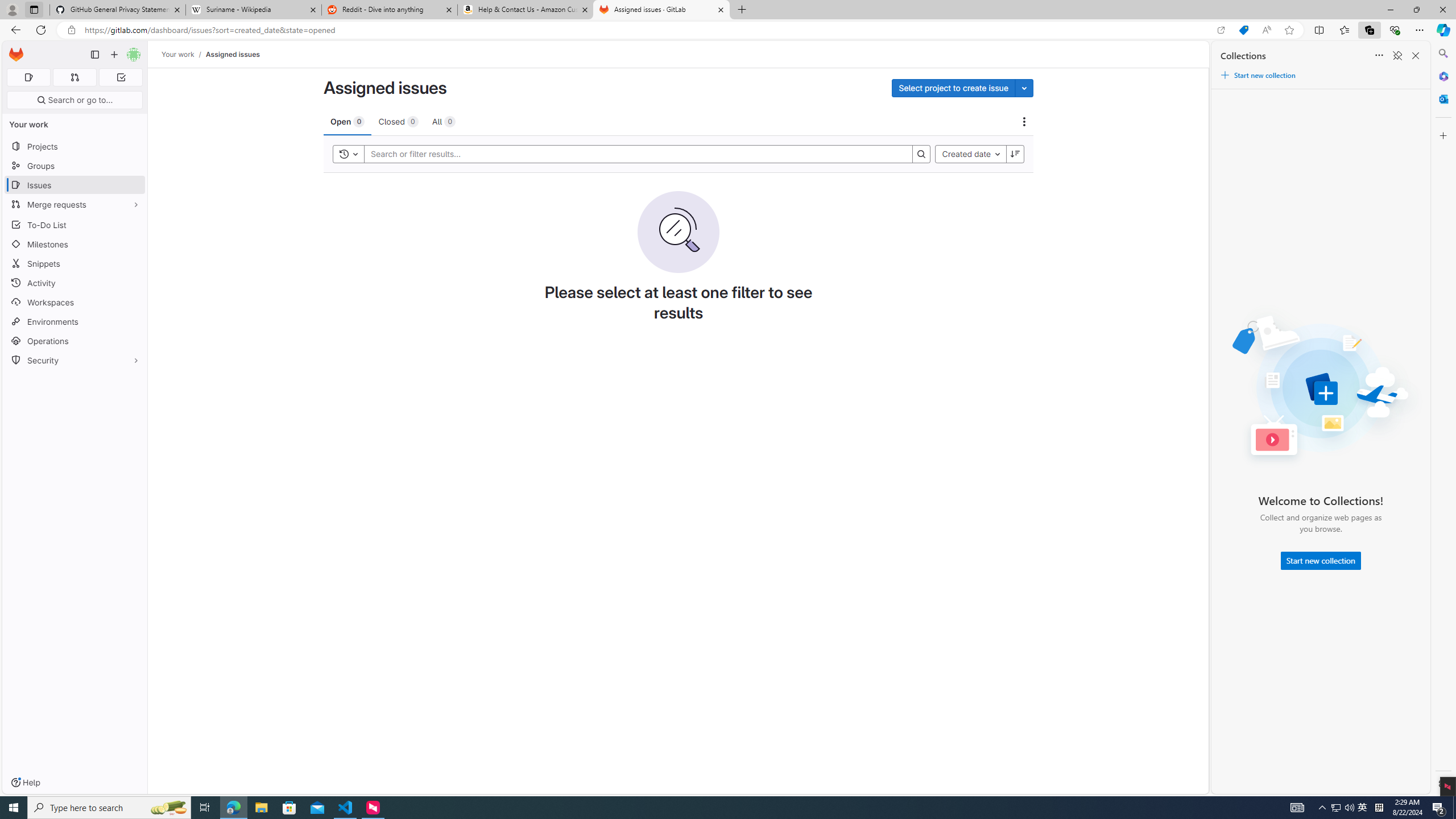 The height and width of the screenshot is (819, 1456). I want to click on 'Help & Contact Us - Amazon Customer Service', so click(526, 9).